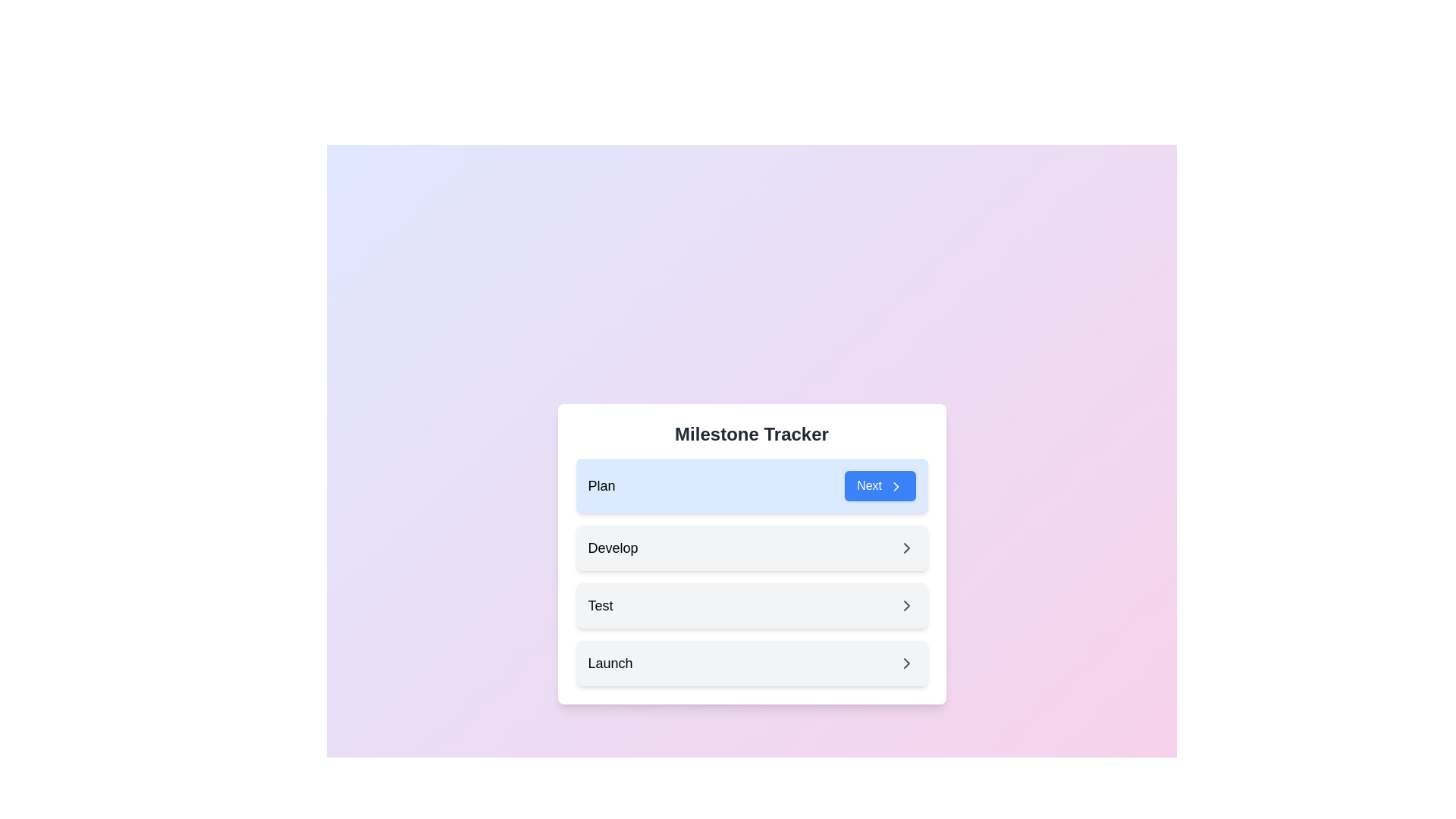 The image size is (1456, 819). Describe the element at coordinates (896, 486) in the screenshot. I see `the 'Next' button icon located in the top-right corner of the button's area` at that location.